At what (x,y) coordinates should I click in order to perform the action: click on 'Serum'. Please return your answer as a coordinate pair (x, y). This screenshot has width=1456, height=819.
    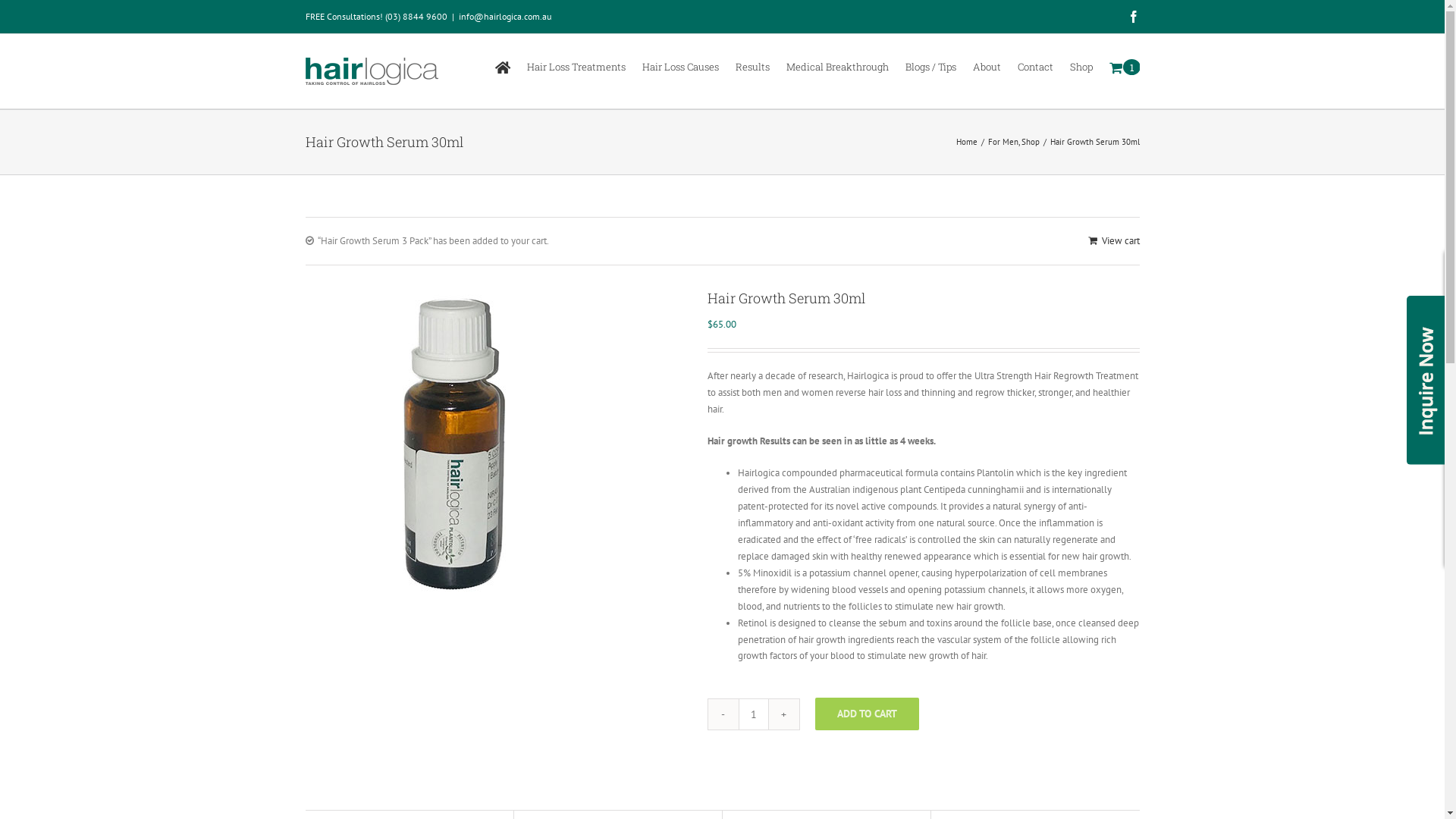
    Looking at the image, I should click on (494, 439).